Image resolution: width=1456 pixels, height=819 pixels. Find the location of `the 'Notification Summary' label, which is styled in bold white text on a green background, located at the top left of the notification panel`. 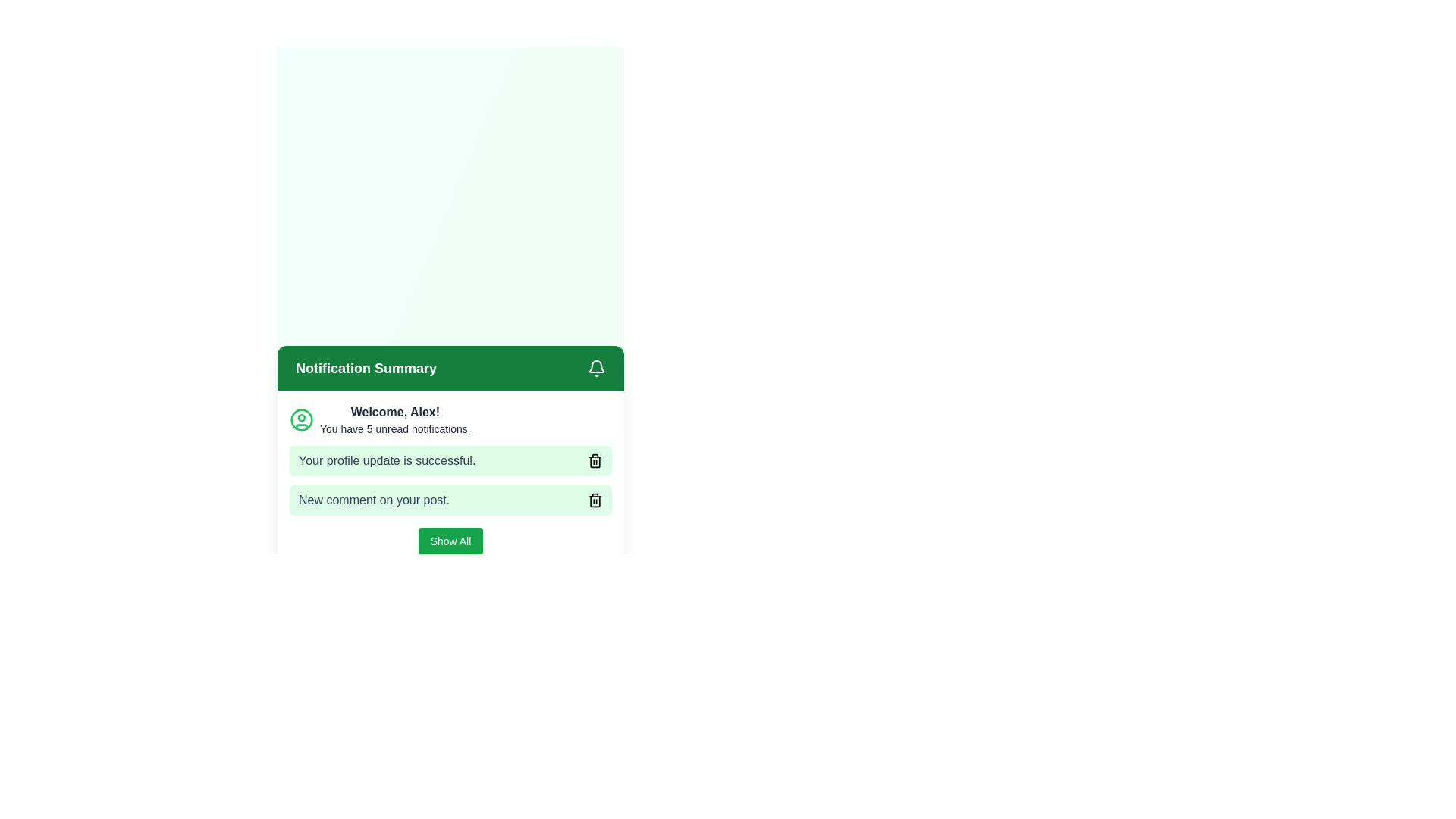

the 'Notification Summary' label, which is styled in bold white text on a green background, located at the top left of the notification panel is located at coordinates (366, 369).